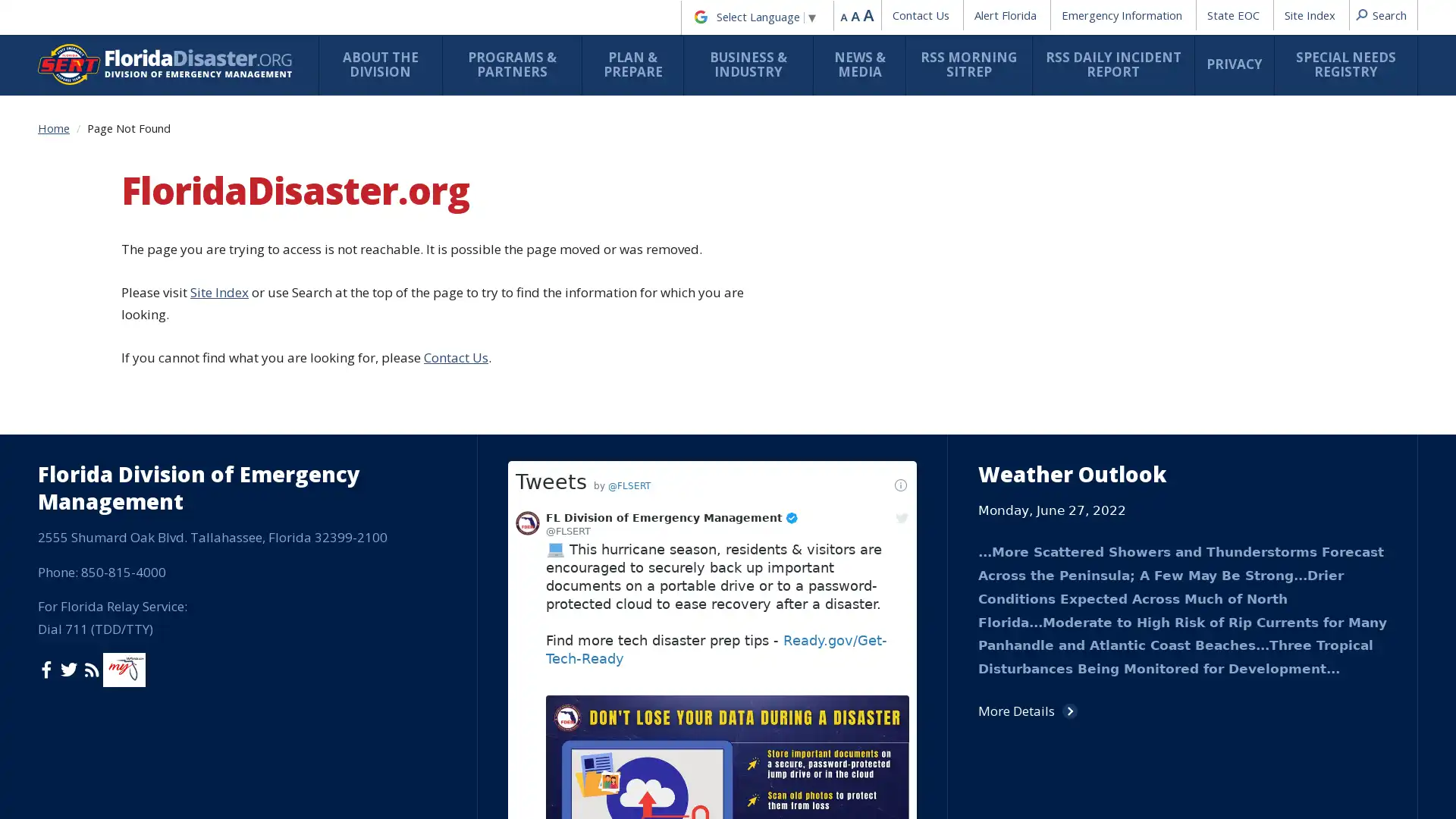 The height and width of the screenshot is (819, 1456). What do you see at coordinates (455, 381) in the screenshot?
I see `Toggle More` at bounding box center [455, 381].